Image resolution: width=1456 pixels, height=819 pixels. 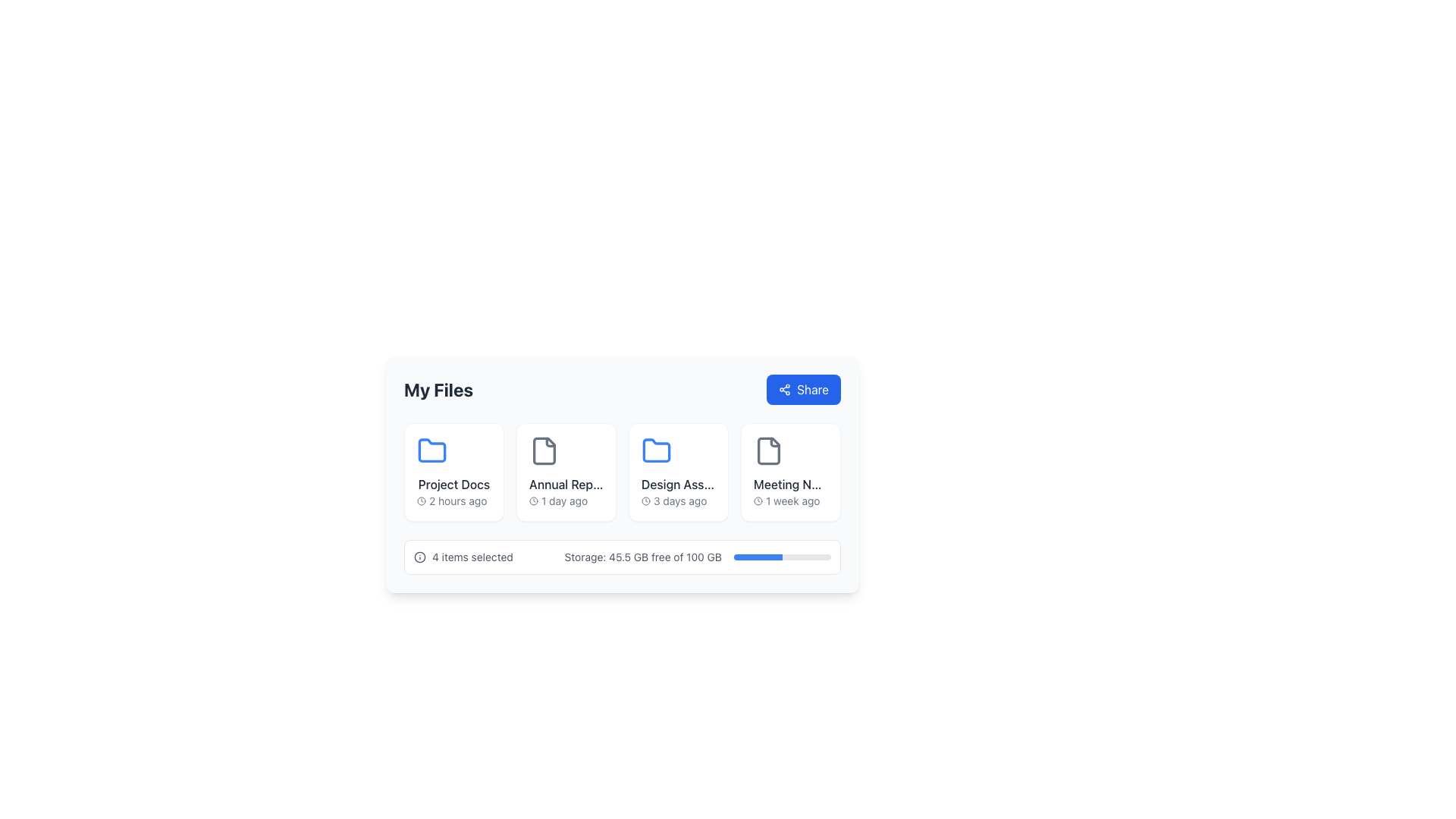 What do you see at coordinates (783, 557) in the screenshot?
I see `the horizontal progress bar located in the footer of the 'My Files' section, which is visually represented by a gray background with a blue-filled portion indicating progress` at bounding box center [783, 557].